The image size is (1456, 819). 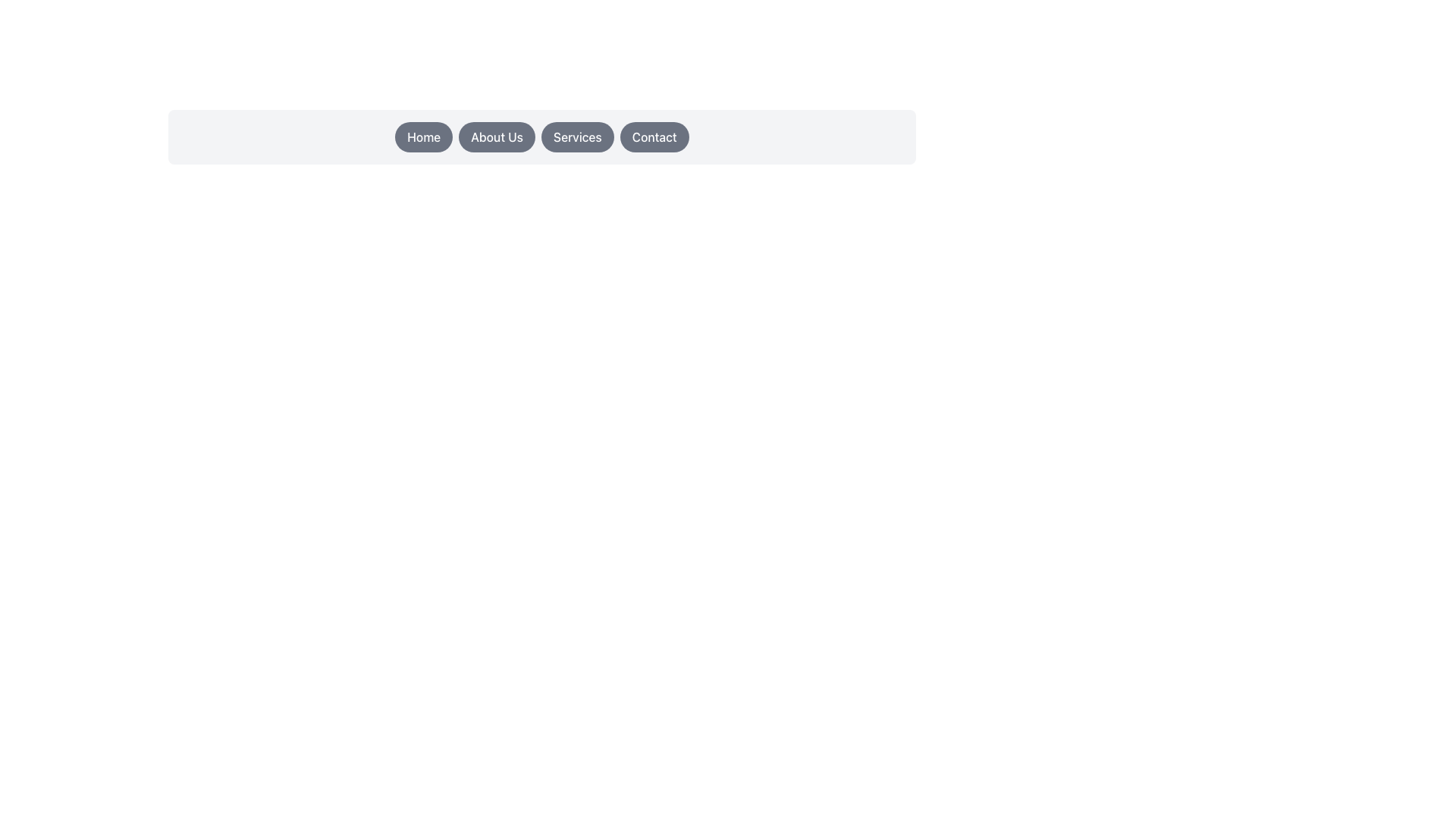 I want to click on the navigation button located at the upper middle section of the interface, which is the first button in a row of buttons next to 'About Us', 'Services', and 'Contact', so click(x=424, y=137).